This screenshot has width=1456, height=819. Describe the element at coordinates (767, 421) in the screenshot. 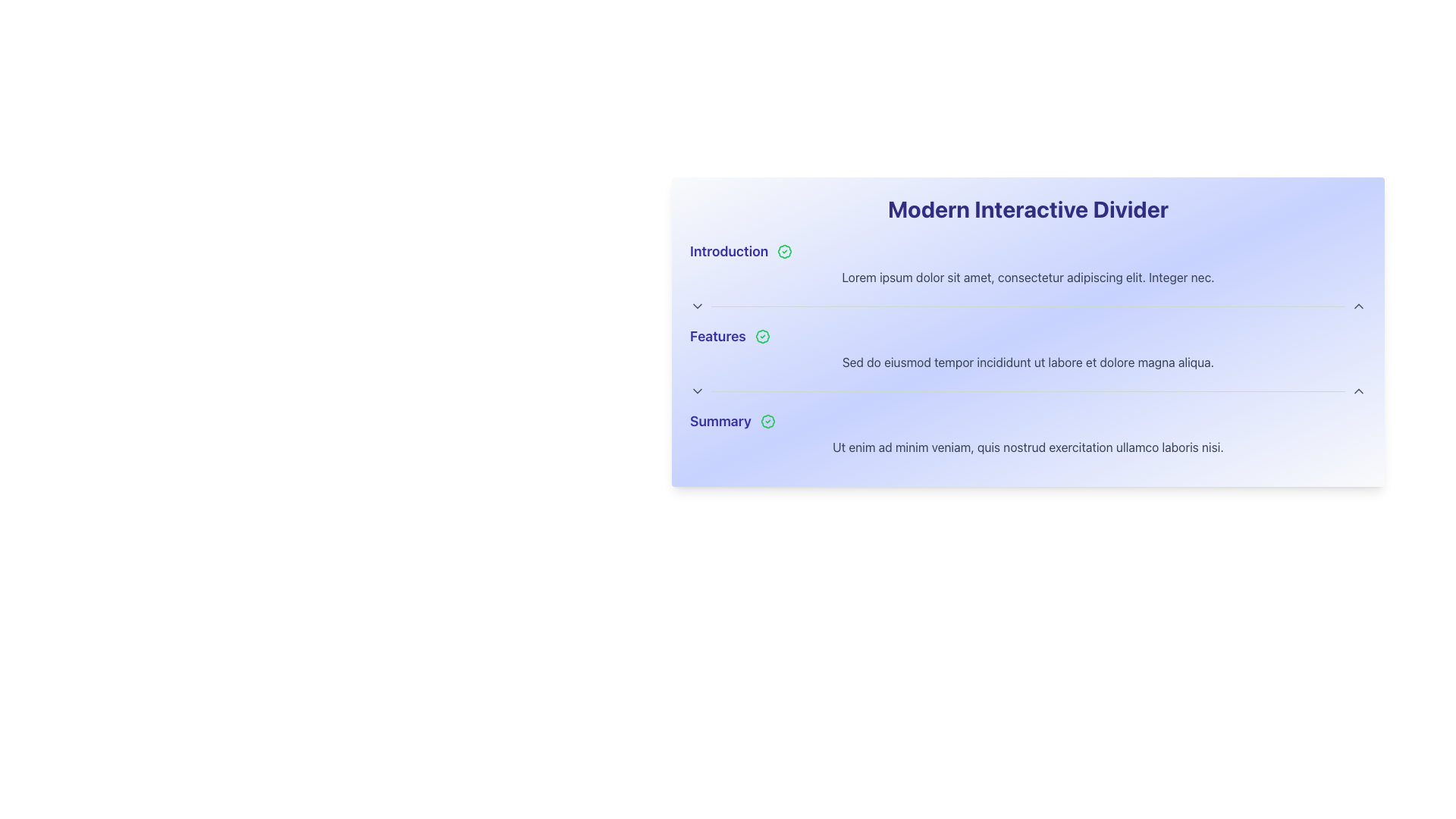

I see `the outer shape of the badge icon, which indicates a positive state or completion, positioned to the right of the 'Summary' label in the third item of a vertical list within a card-like layout` at that location.